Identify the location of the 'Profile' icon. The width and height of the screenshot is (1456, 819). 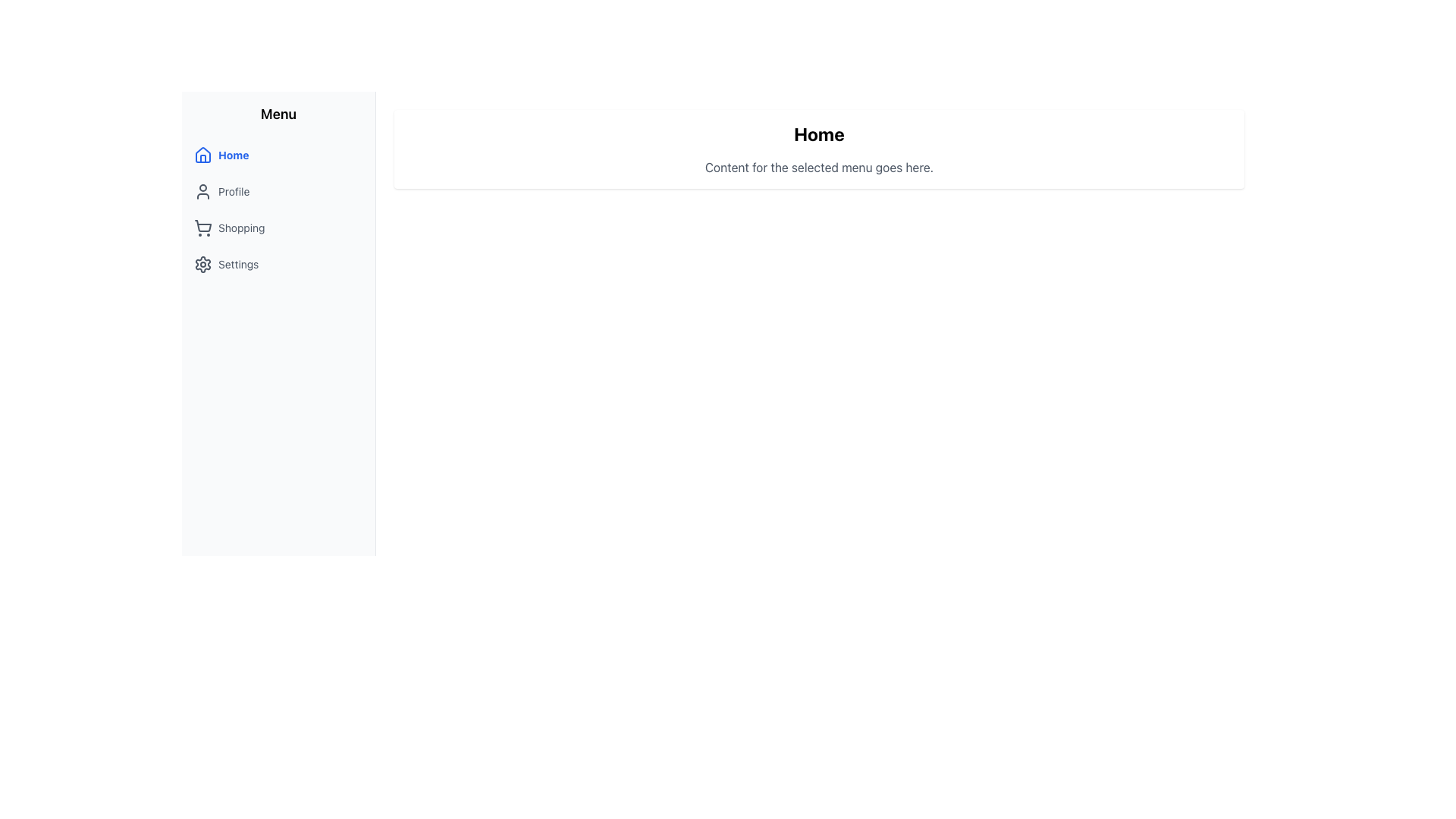
(202, 191).